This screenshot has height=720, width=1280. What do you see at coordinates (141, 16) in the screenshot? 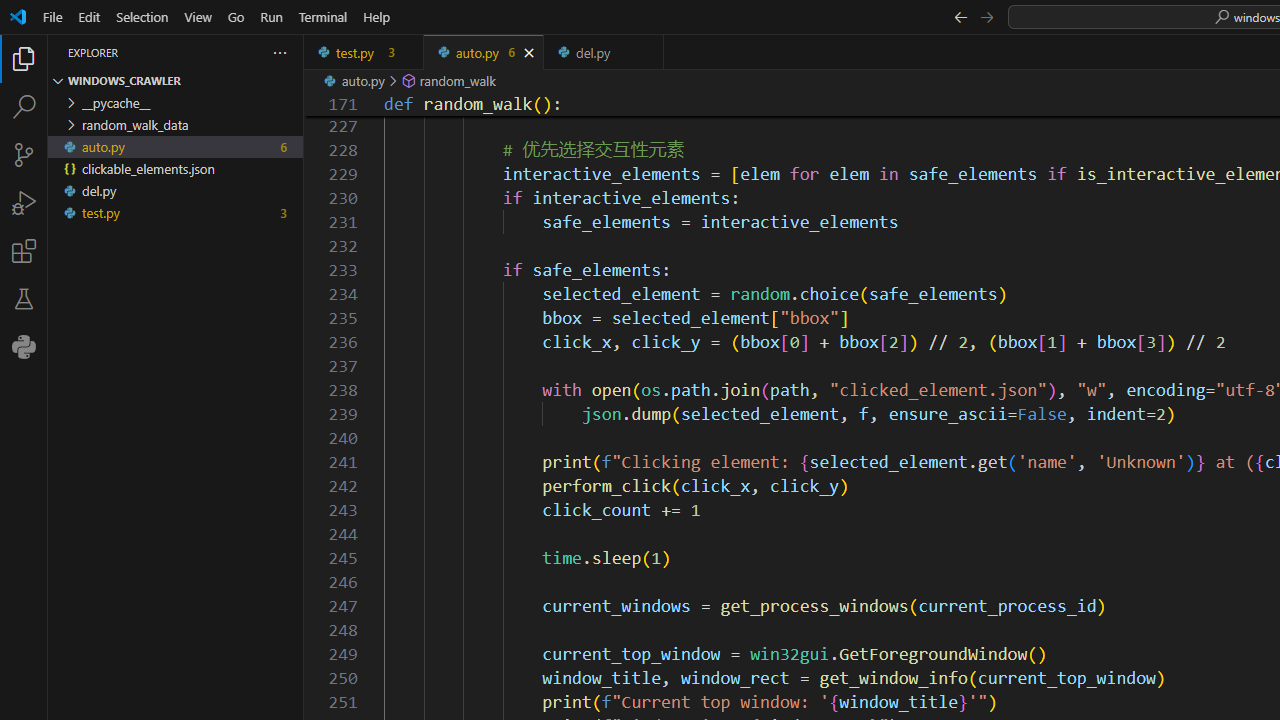
I see `'Selection'` at bounding box center [141, 16].